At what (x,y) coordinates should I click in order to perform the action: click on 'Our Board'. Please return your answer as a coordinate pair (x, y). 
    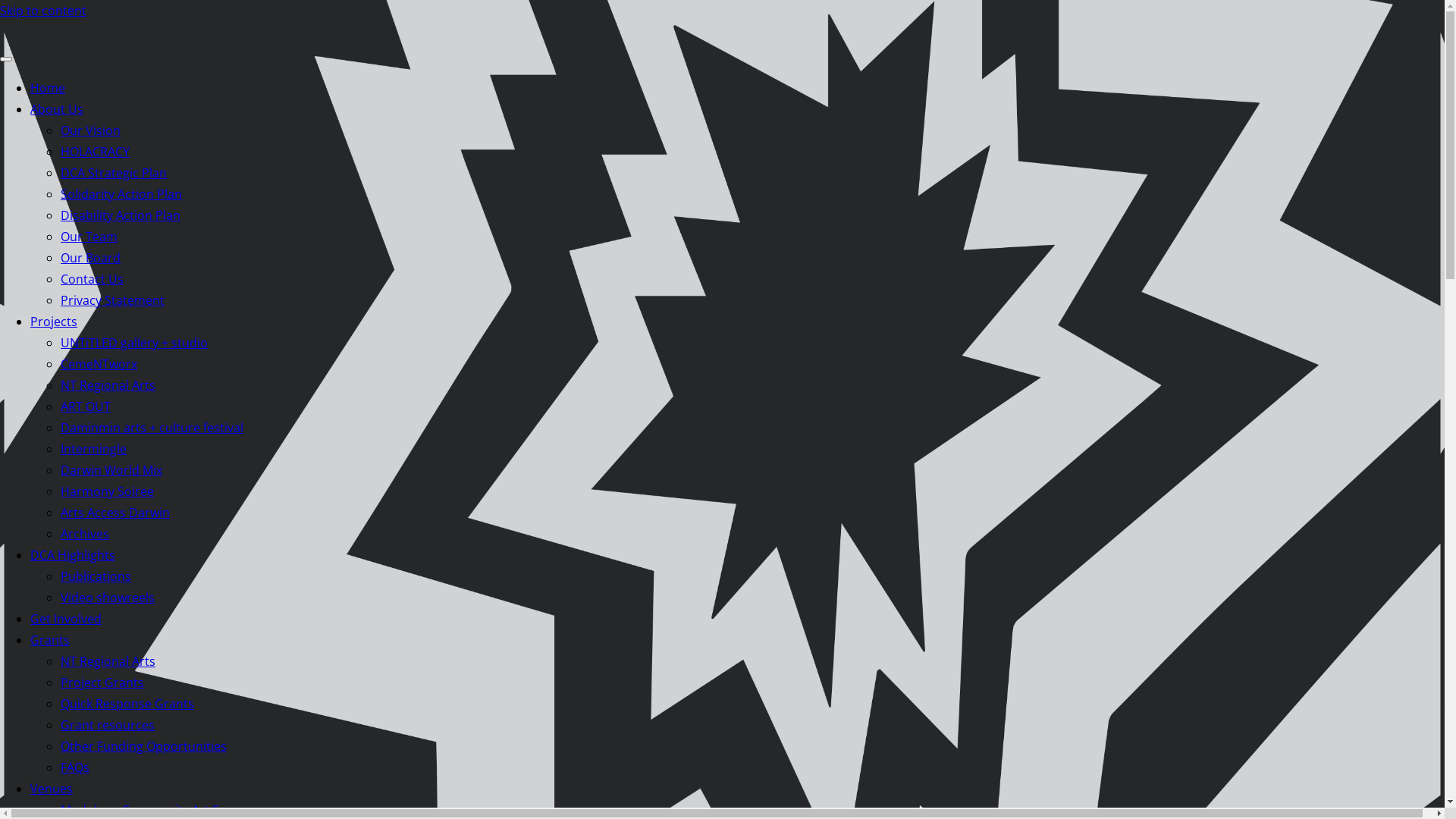
    Looking at the image, I should click on (89, 256).